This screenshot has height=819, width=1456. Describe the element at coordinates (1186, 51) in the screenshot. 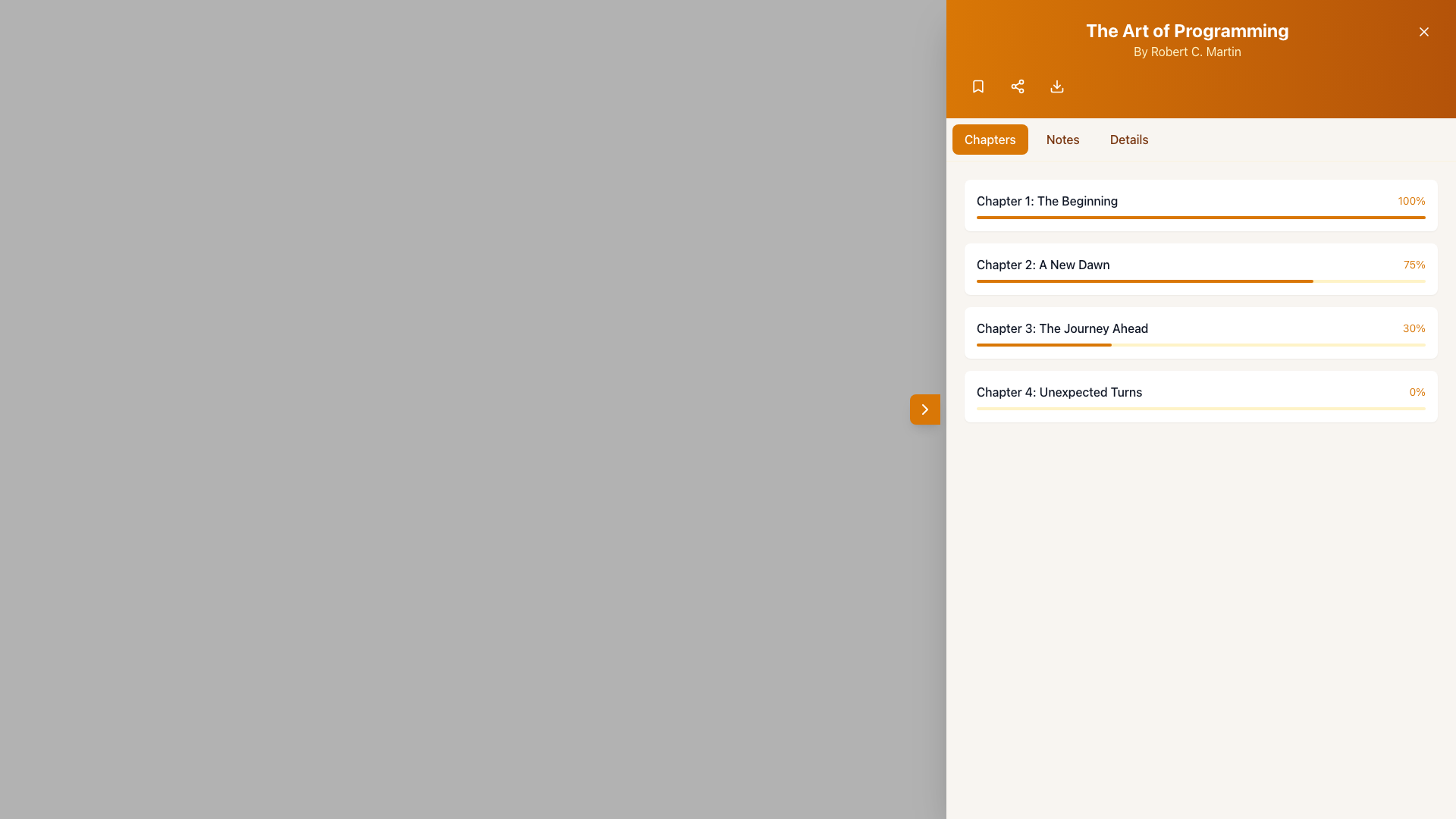

I see `the static text label displaying 'By Robert C. Martin', which is styled in white font on an orange background and positioned below the title 'The Art of Programming'` at that location.